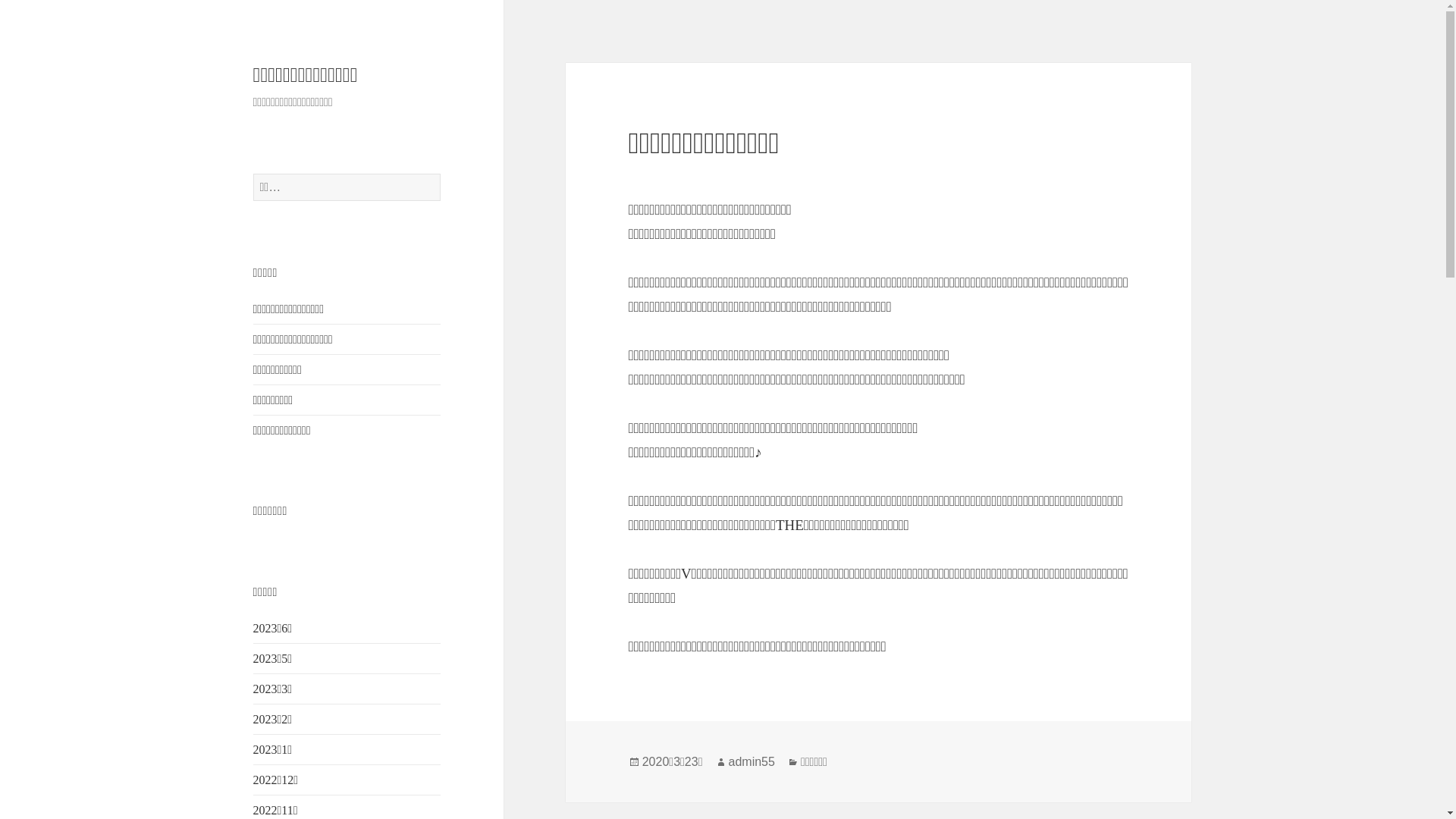 This screenshot has width=1456, height=819. Describe the element at coordinates (752, 762) in the screenshot. I see `'admin55'` at that location.